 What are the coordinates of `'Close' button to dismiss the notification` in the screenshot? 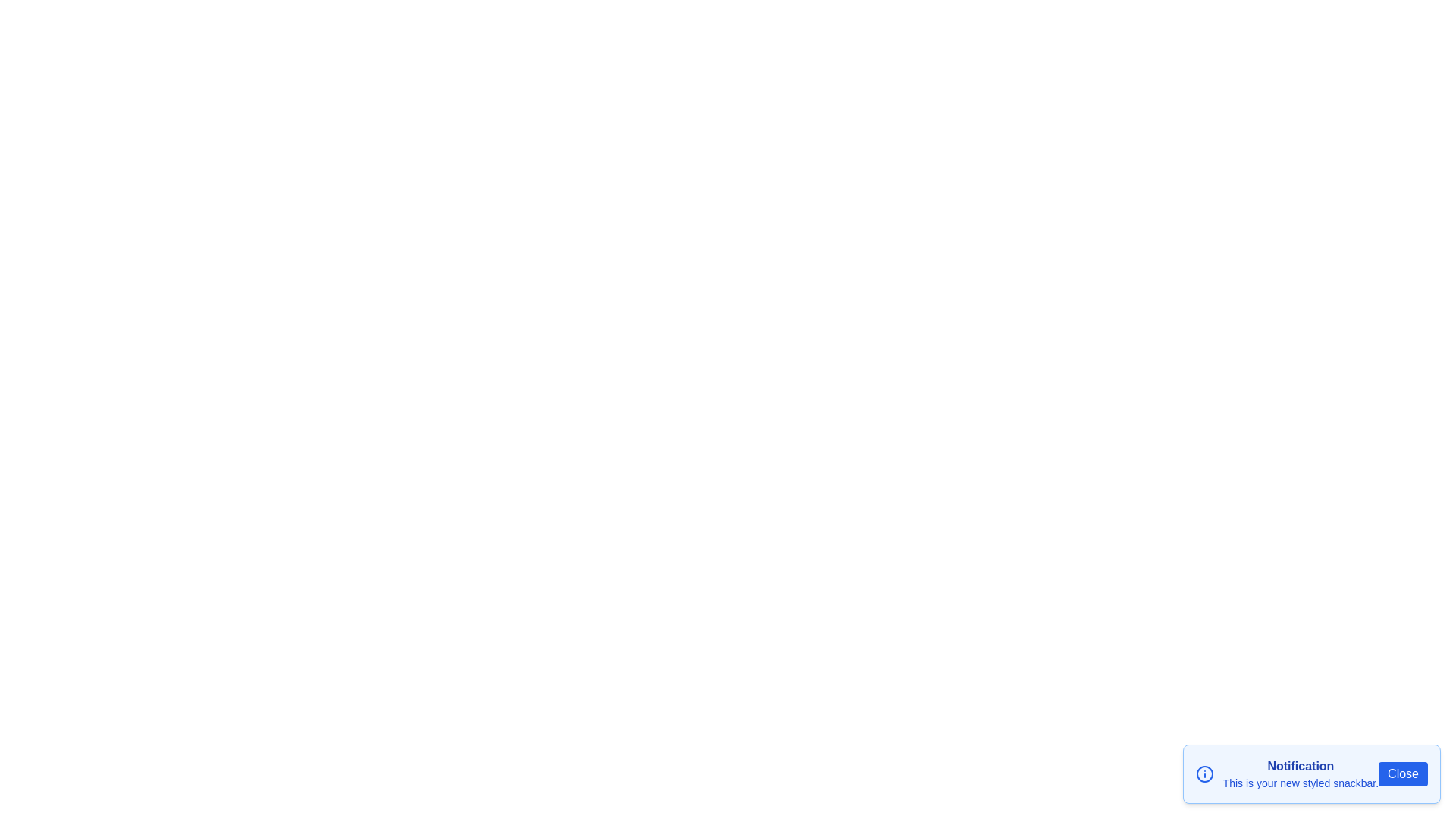 It's located at (1402, 774).